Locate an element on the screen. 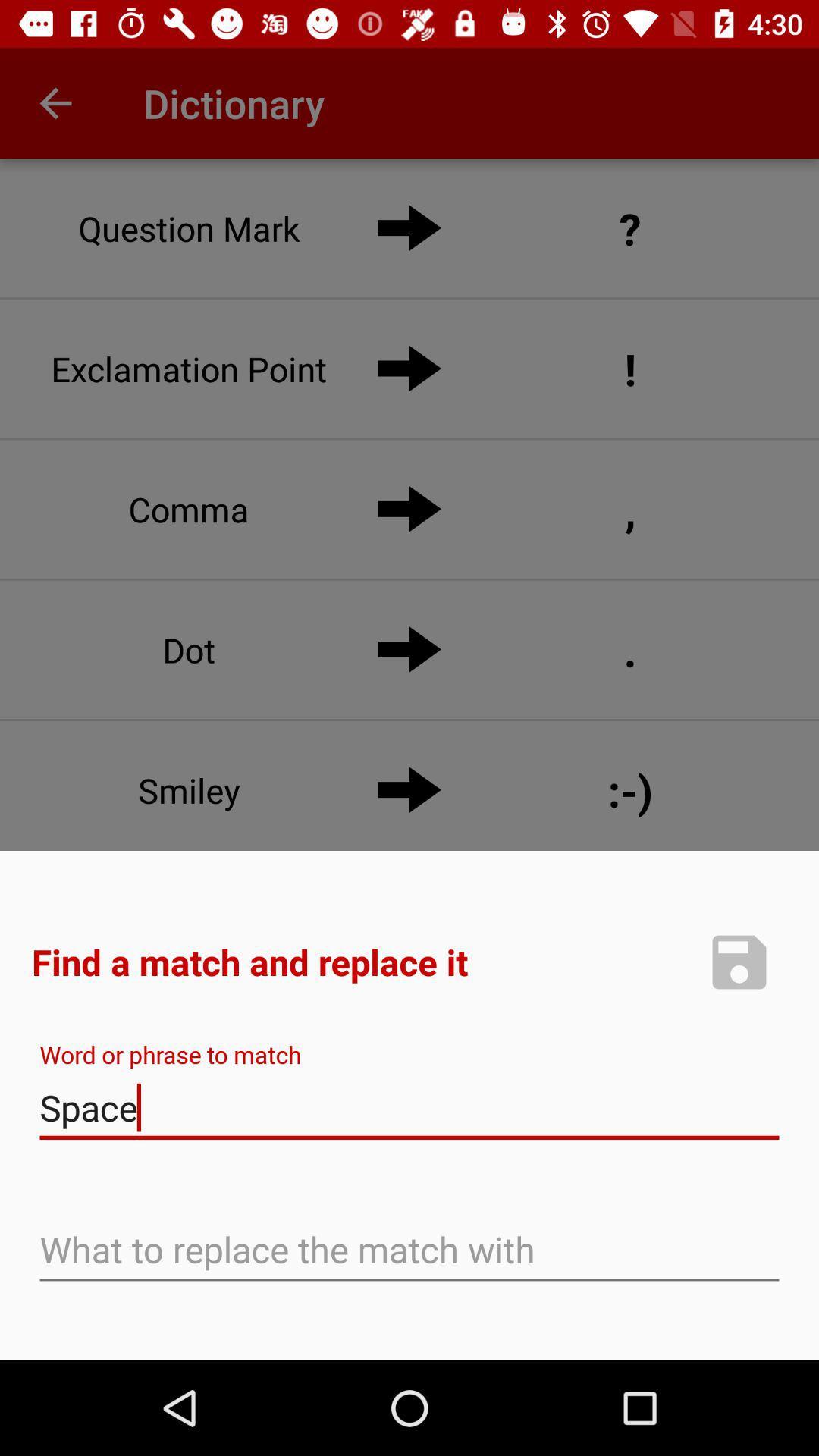 The height and width of the screenshot is (1456, 819). the save icon is located at coordinates (739, 961).